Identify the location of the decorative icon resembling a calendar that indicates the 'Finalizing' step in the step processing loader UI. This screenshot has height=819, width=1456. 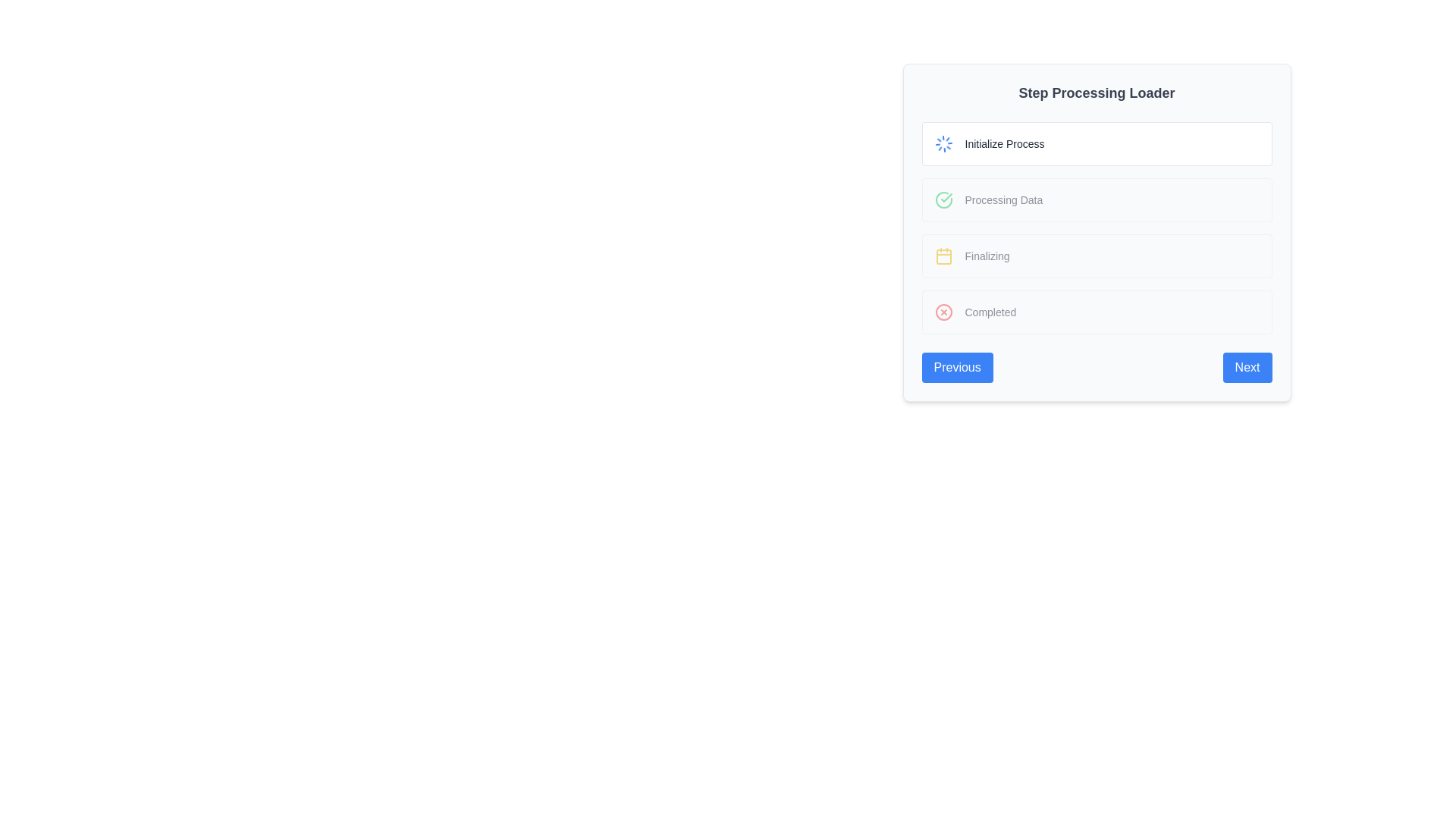
(943, 256).